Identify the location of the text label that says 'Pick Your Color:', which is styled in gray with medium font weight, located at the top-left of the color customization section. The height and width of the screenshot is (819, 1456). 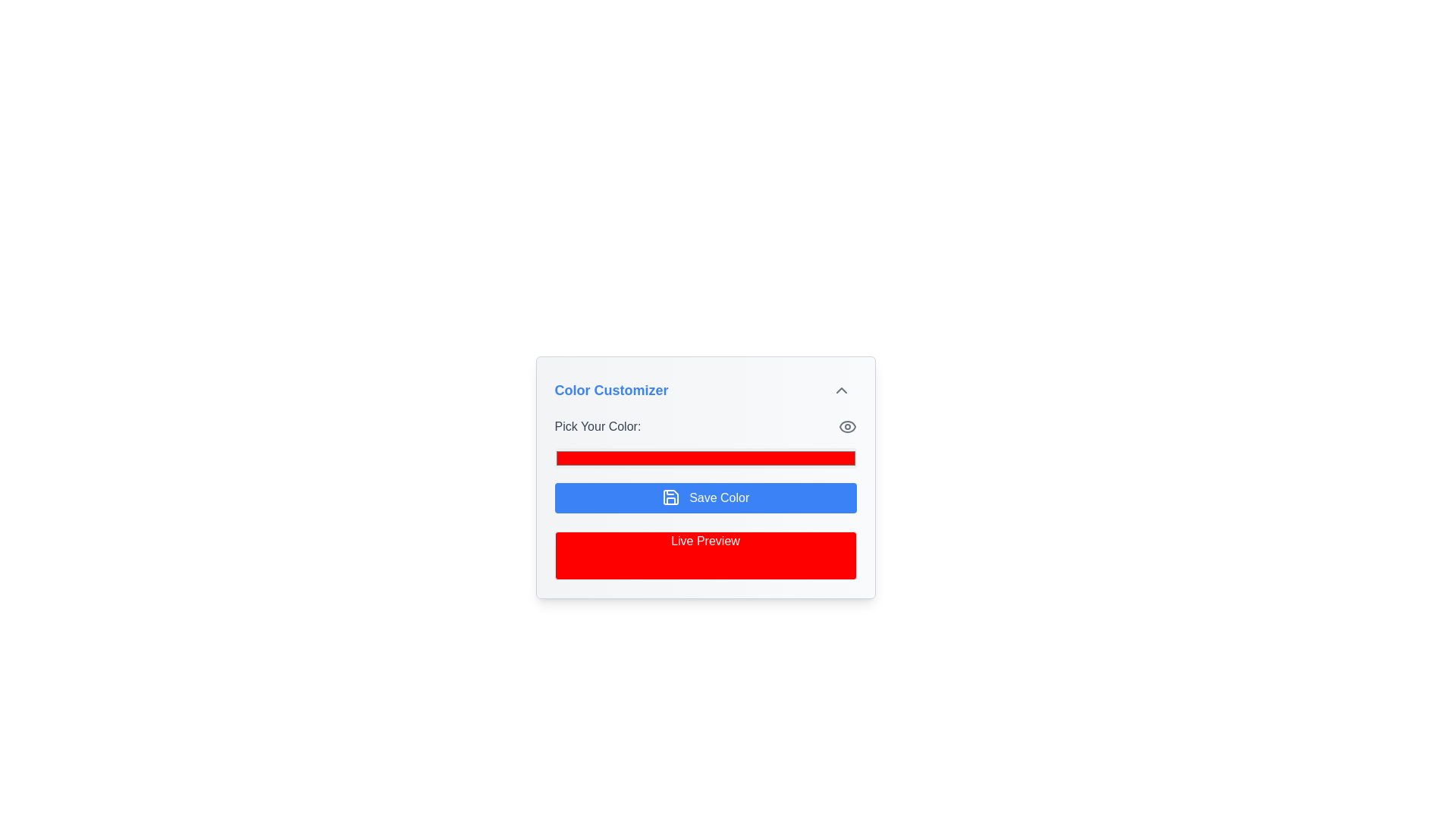
(597, 427).